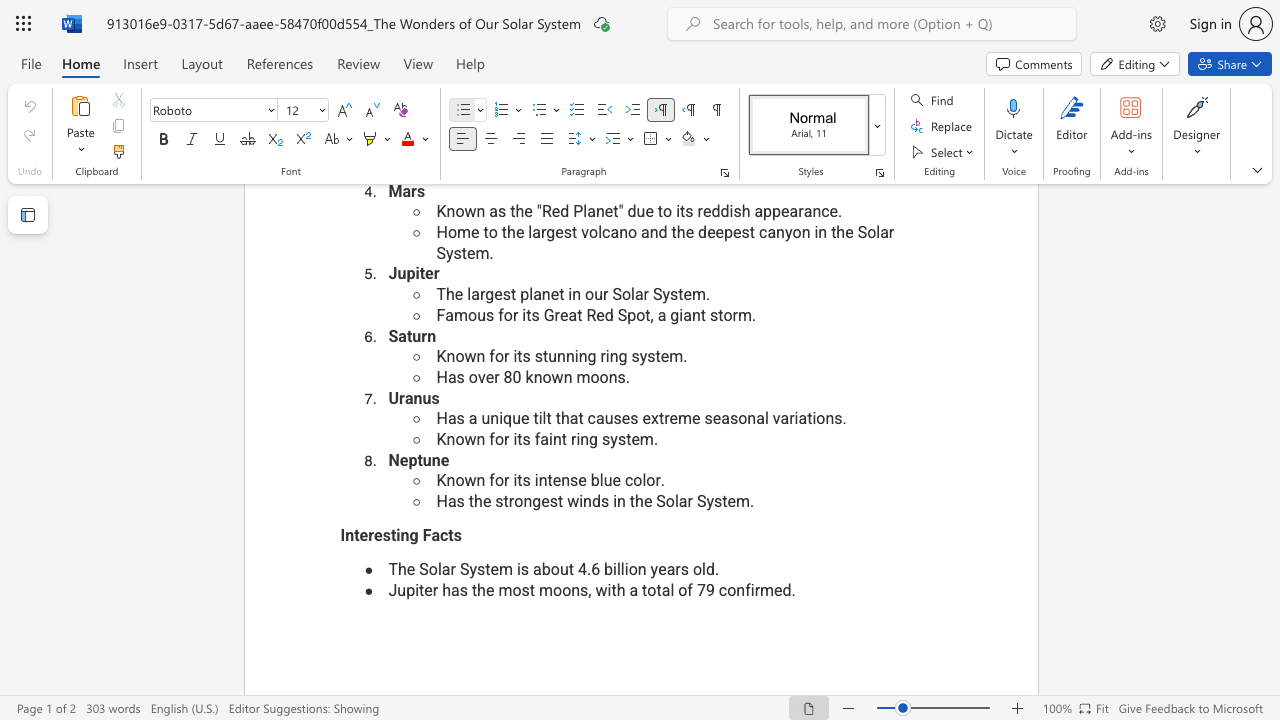  What do you see at coordinates (545, 500) in the screenshot?
I see `the 2th character "e" in the text` at bounding box center [545, 500].